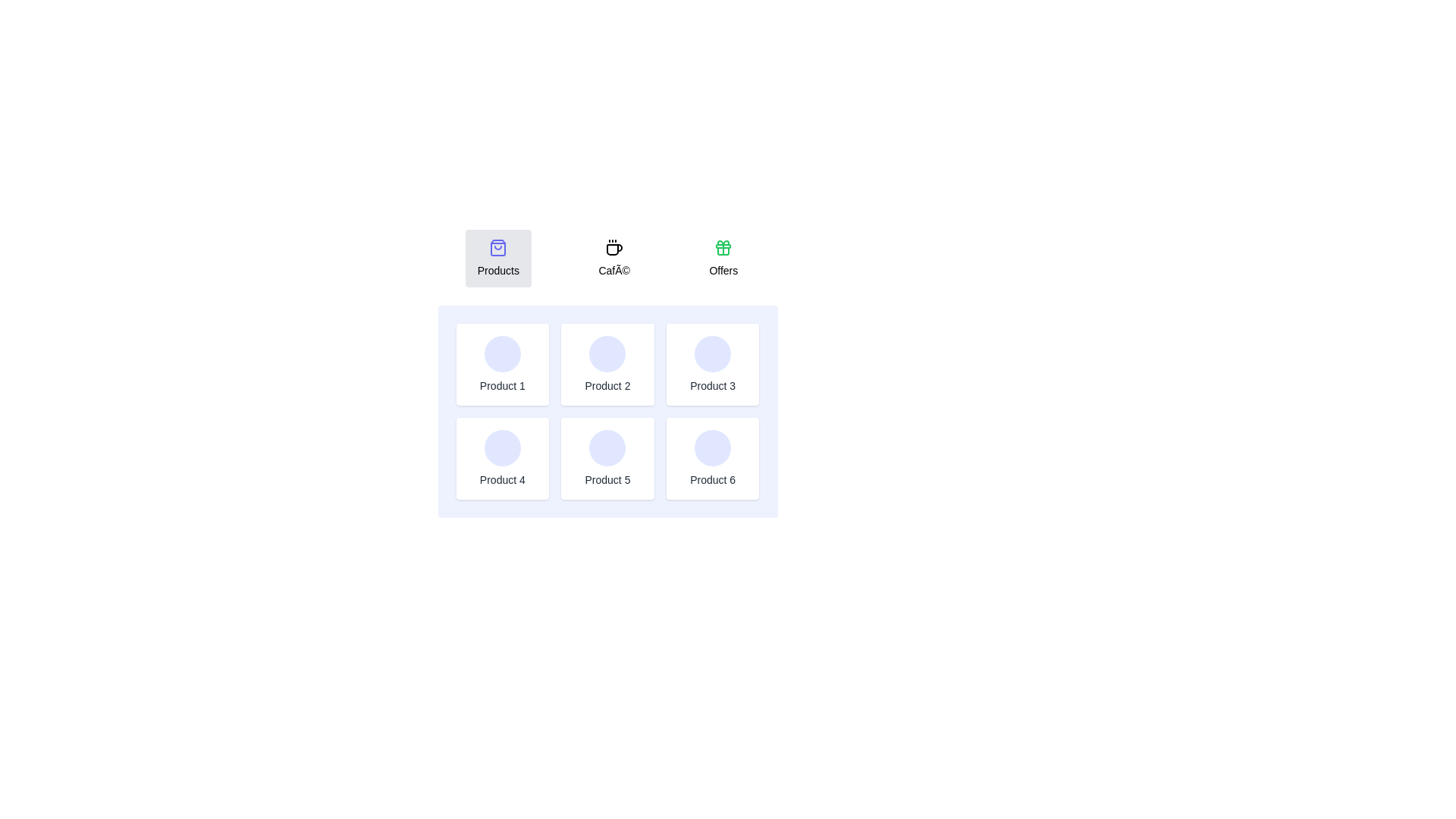 The width and height of the screenshot is (1456, 819). What do you see at coordinates (498, 257) in the screenshot?
I see `the tab labeled Products` at bounding box center [498, 257].